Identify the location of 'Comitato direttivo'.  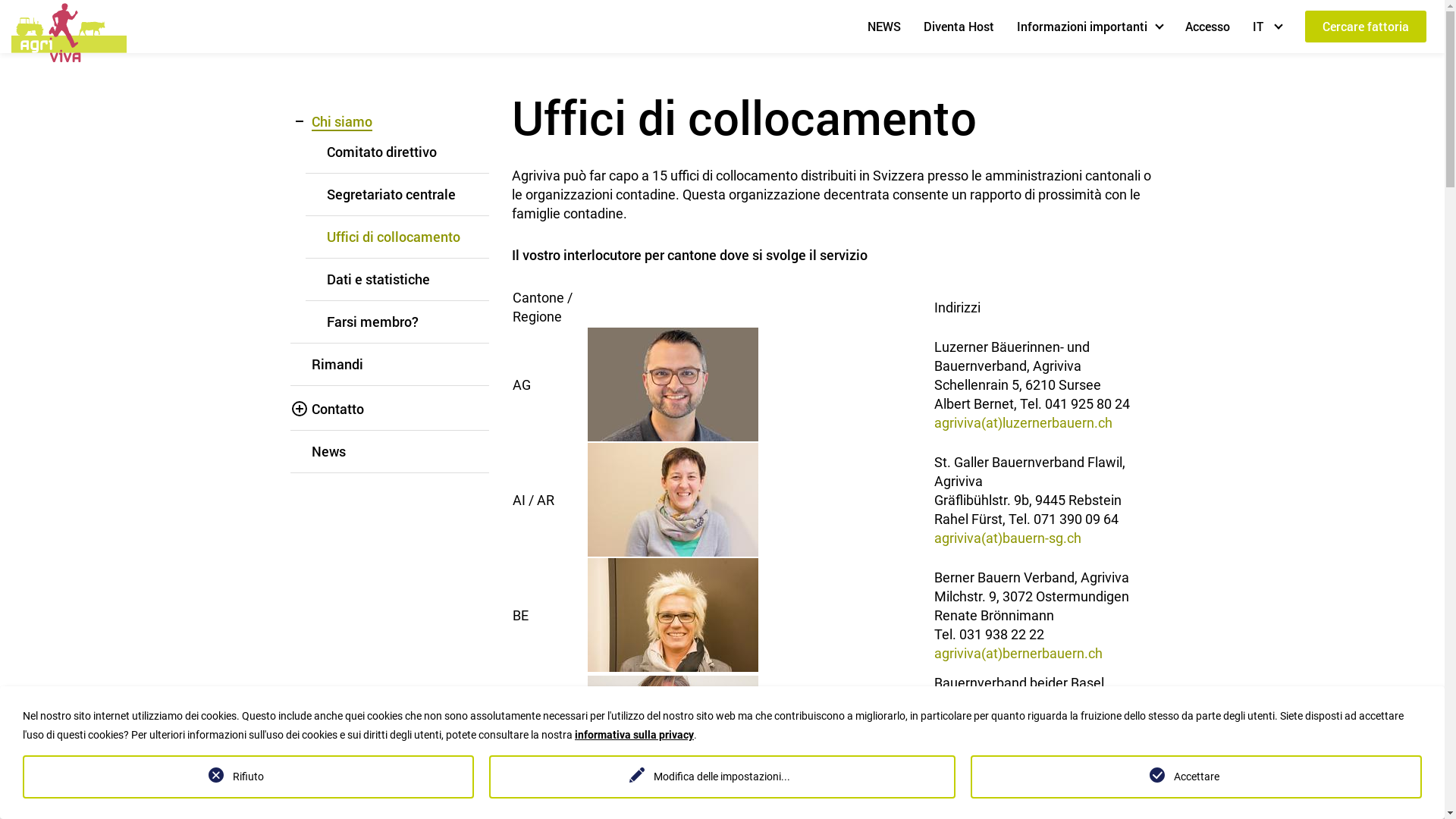
(325, 152).